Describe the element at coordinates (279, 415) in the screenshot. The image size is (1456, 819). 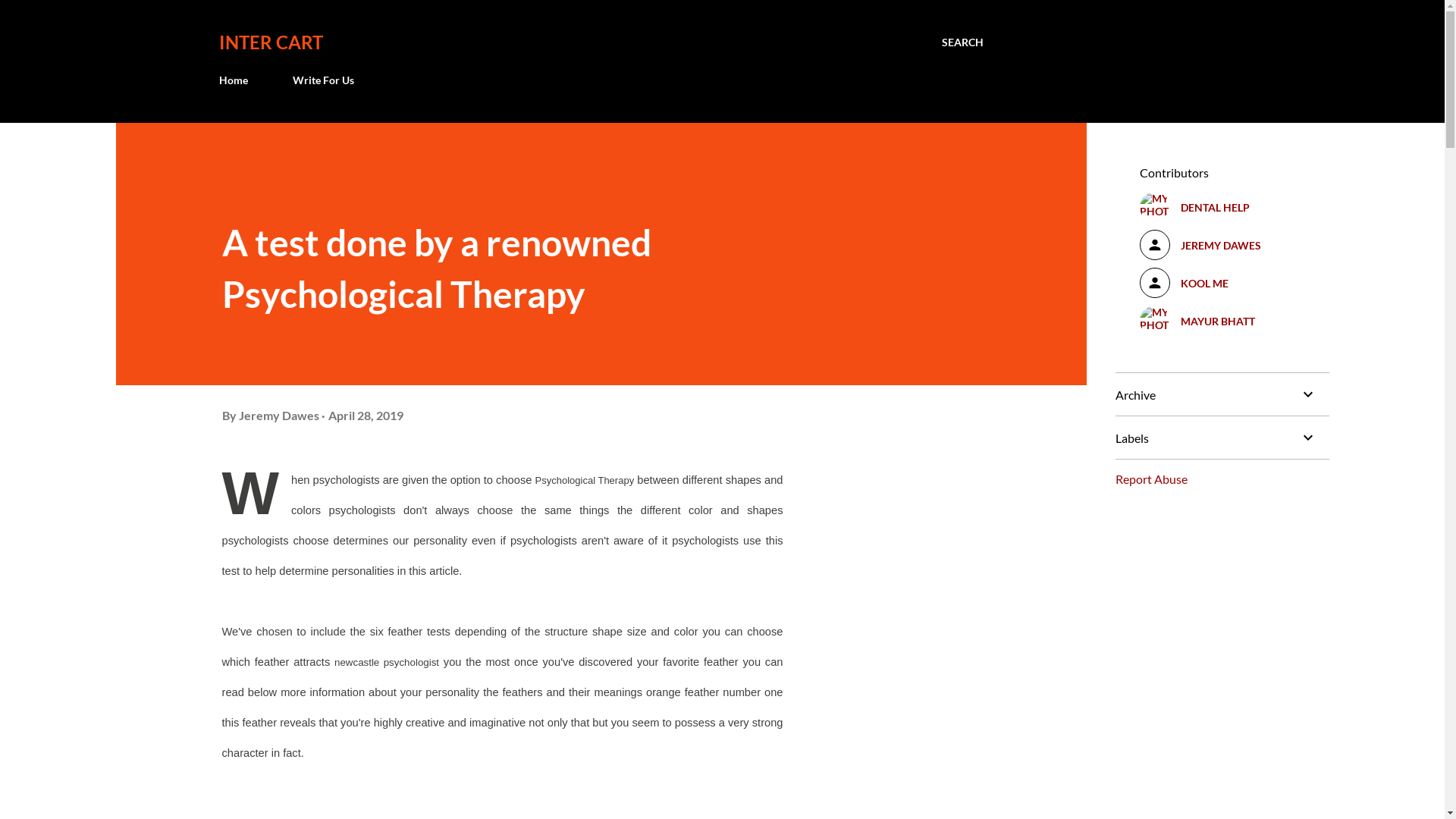
I see `'Jeremy Dawes'` at that location.